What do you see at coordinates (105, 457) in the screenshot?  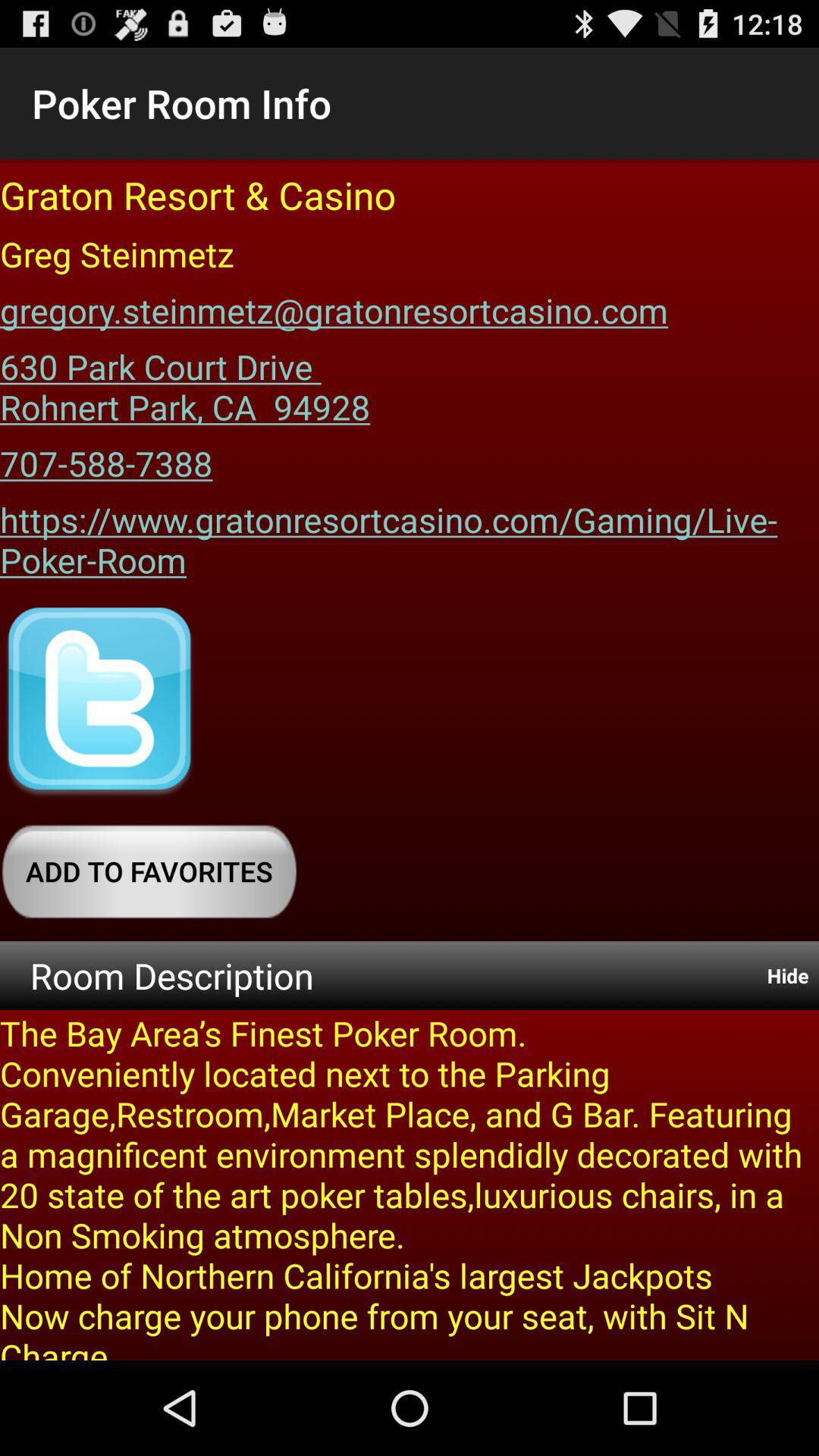 I see `the 707-588-7388 item` at bounding box center [105, 457].